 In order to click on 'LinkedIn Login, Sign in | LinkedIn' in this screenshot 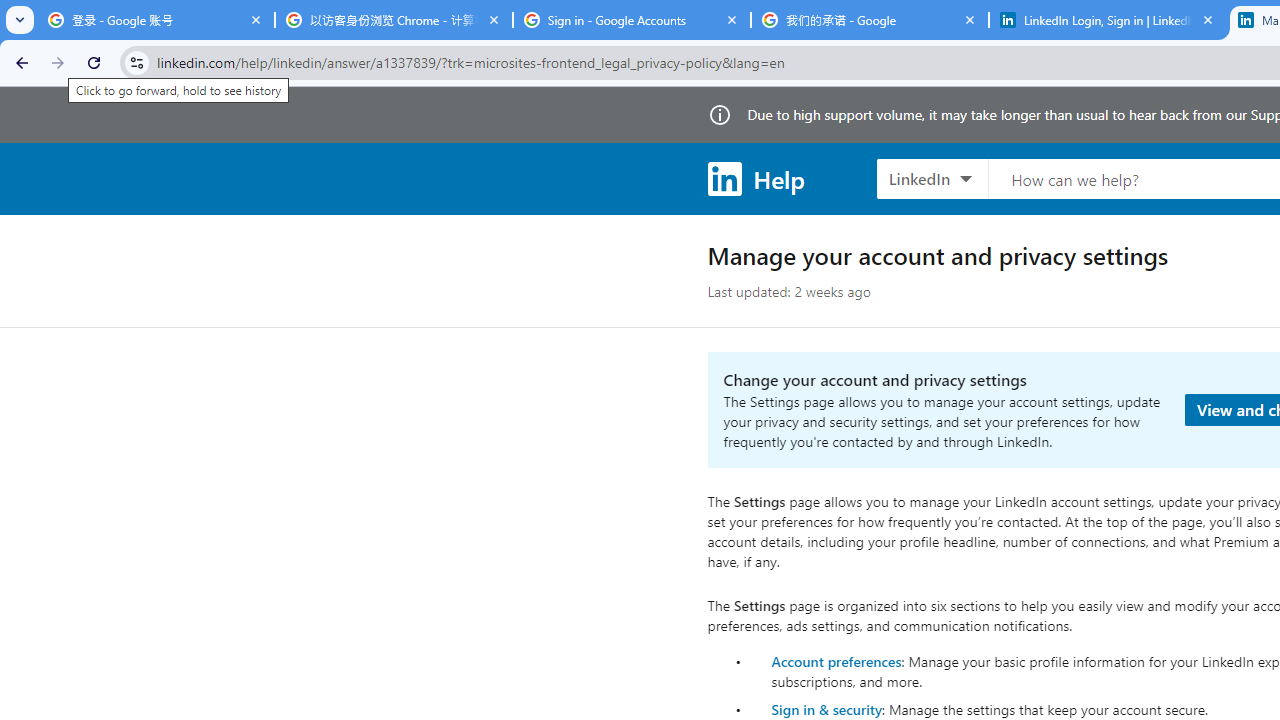, I will do `click(1107, 20)`.